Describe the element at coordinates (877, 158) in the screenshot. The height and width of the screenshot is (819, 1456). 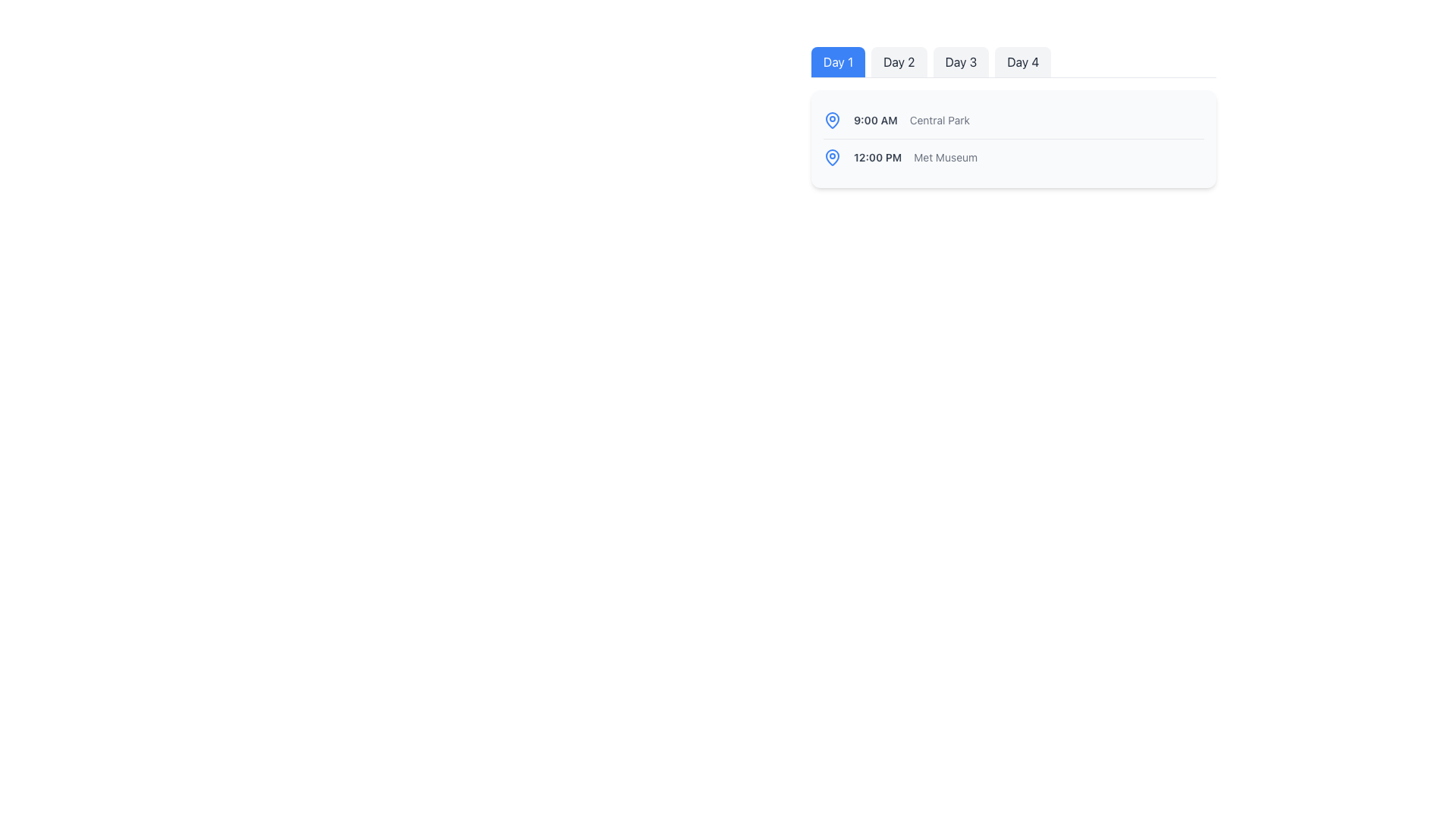
I see `the text label that indicates the scheduled time for an event, which is positioned in the second row of the schedule details list, to the right of a blue location icon and to the left of the text 'Met Museum.'` at that location.